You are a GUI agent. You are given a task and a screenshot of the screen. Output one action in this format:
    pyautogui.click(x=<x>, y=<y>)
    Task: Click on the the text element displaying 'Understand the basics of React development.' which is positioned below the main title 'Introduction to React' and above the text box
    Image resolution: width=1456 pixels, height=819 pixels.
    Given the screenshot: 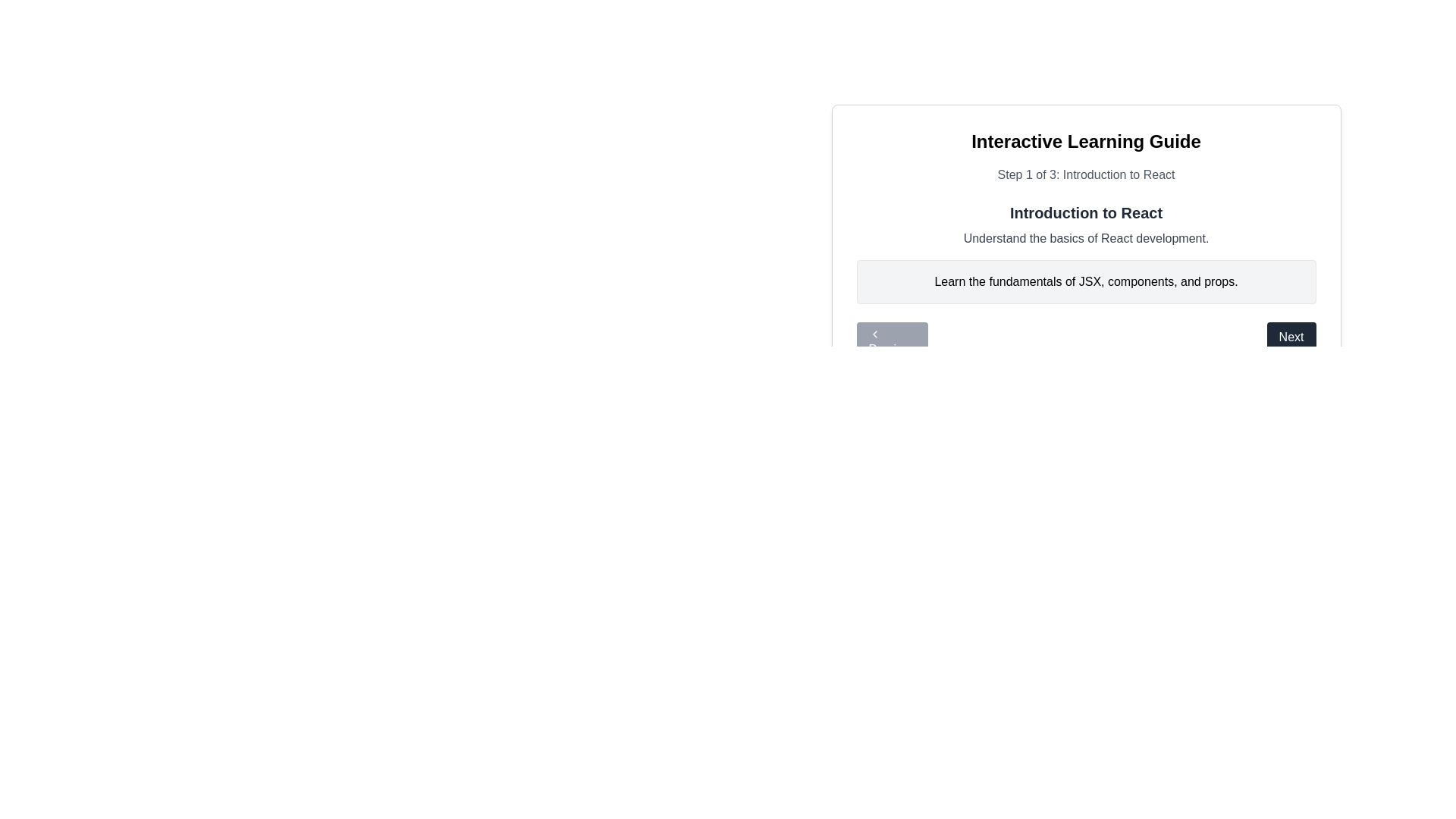 What is the action you would take?
    pyautogui.click(x=1085, y=239)
    